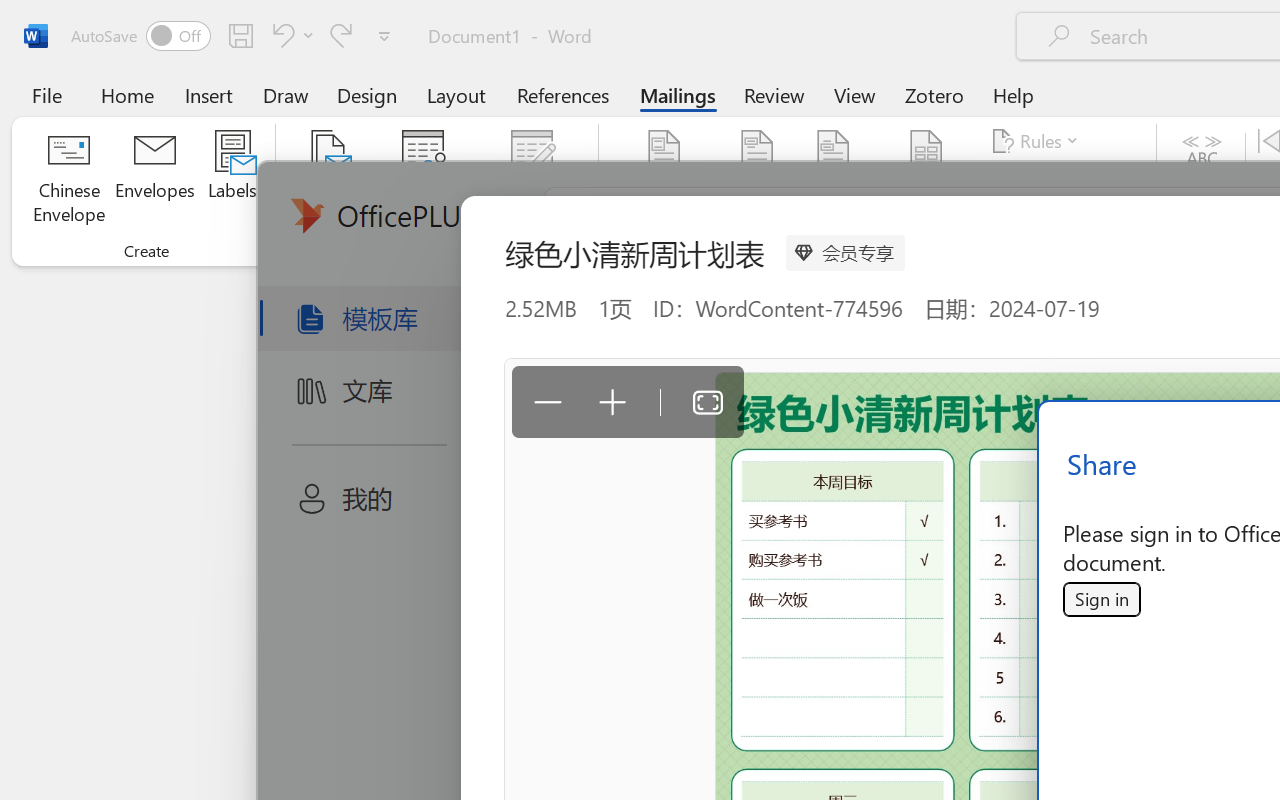 The height and width of the screenshot is (800, 1280). What do you see at coordinates (756, 179) in the screenshot?
I see `'Address Block...'` at bounding box center [756, 179].